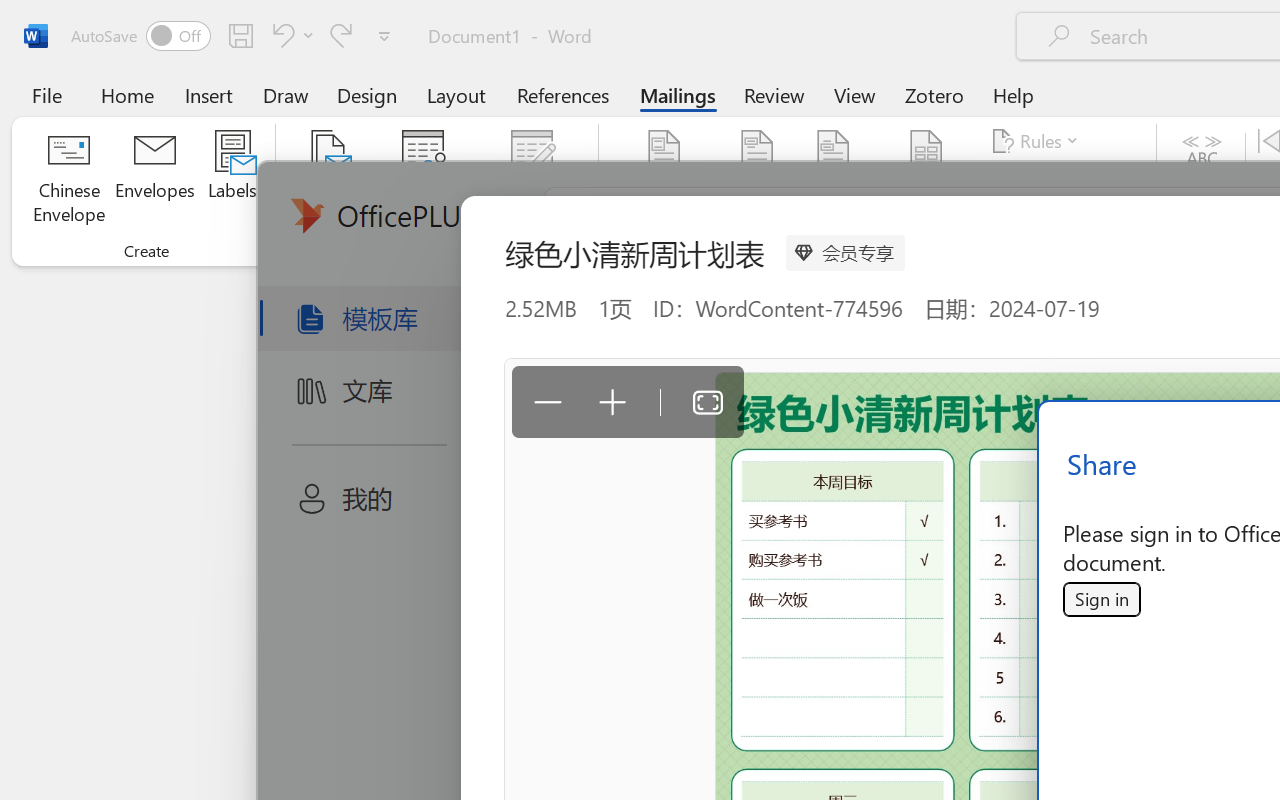 The height and width of the screenshot is (800, 1280). What do you see at coordinates (756, 179) in the screenshot?
I see `'Address Block...'` at bounding box center [756, 179].